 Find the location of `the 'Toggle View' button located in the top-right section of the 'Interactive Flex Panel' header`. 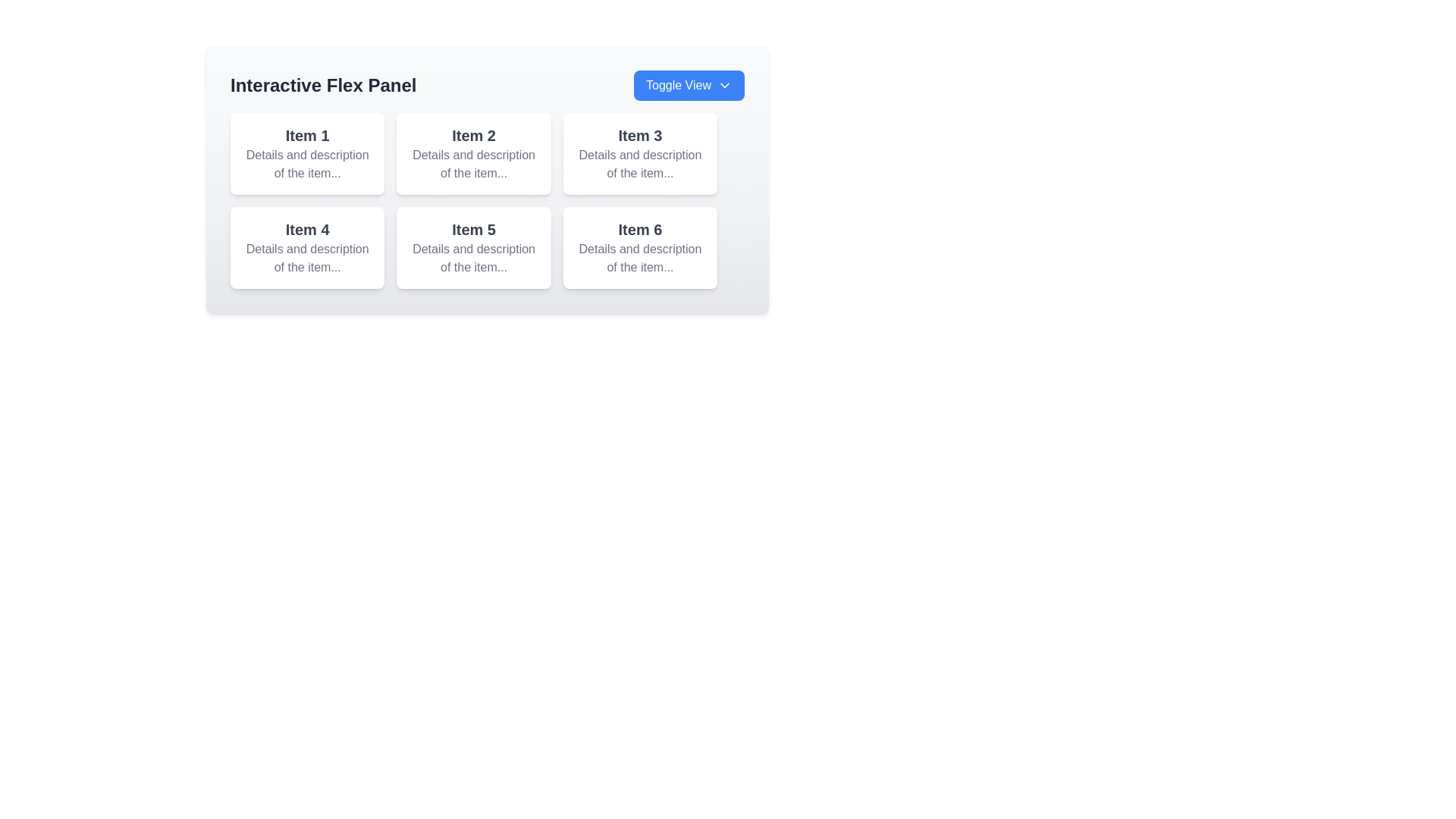

the 'Toggle View' button located in the top-right section of the 'Interactive Flex Panel' header is located at coordinates (688, 85).